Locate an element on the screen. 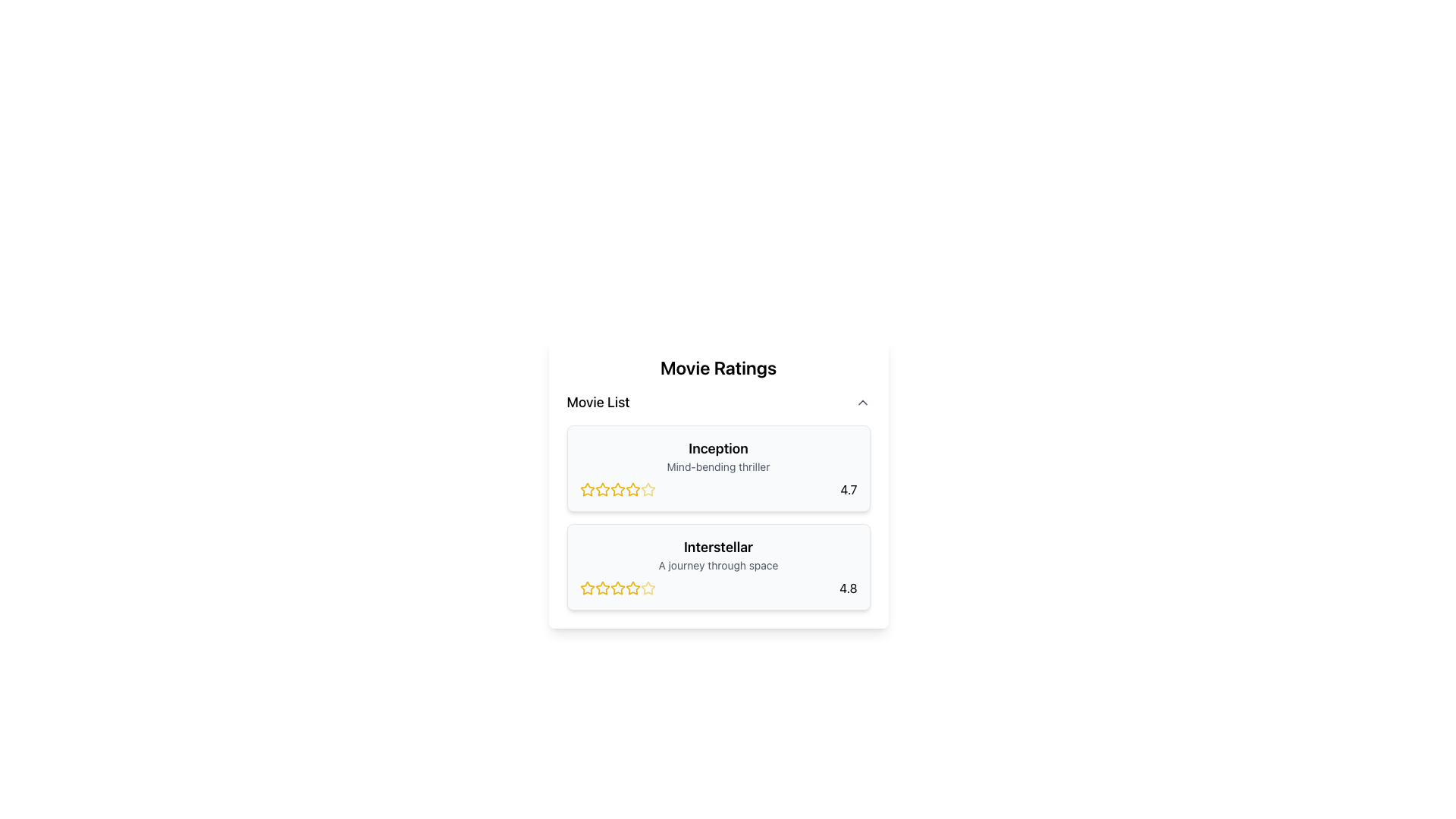 This screenshot has width=1456, height=819. five-star rating component for details, which is located within the 'Interstellar' card beneath the description text 'A journey through space' is located at coordinates (717, 587).